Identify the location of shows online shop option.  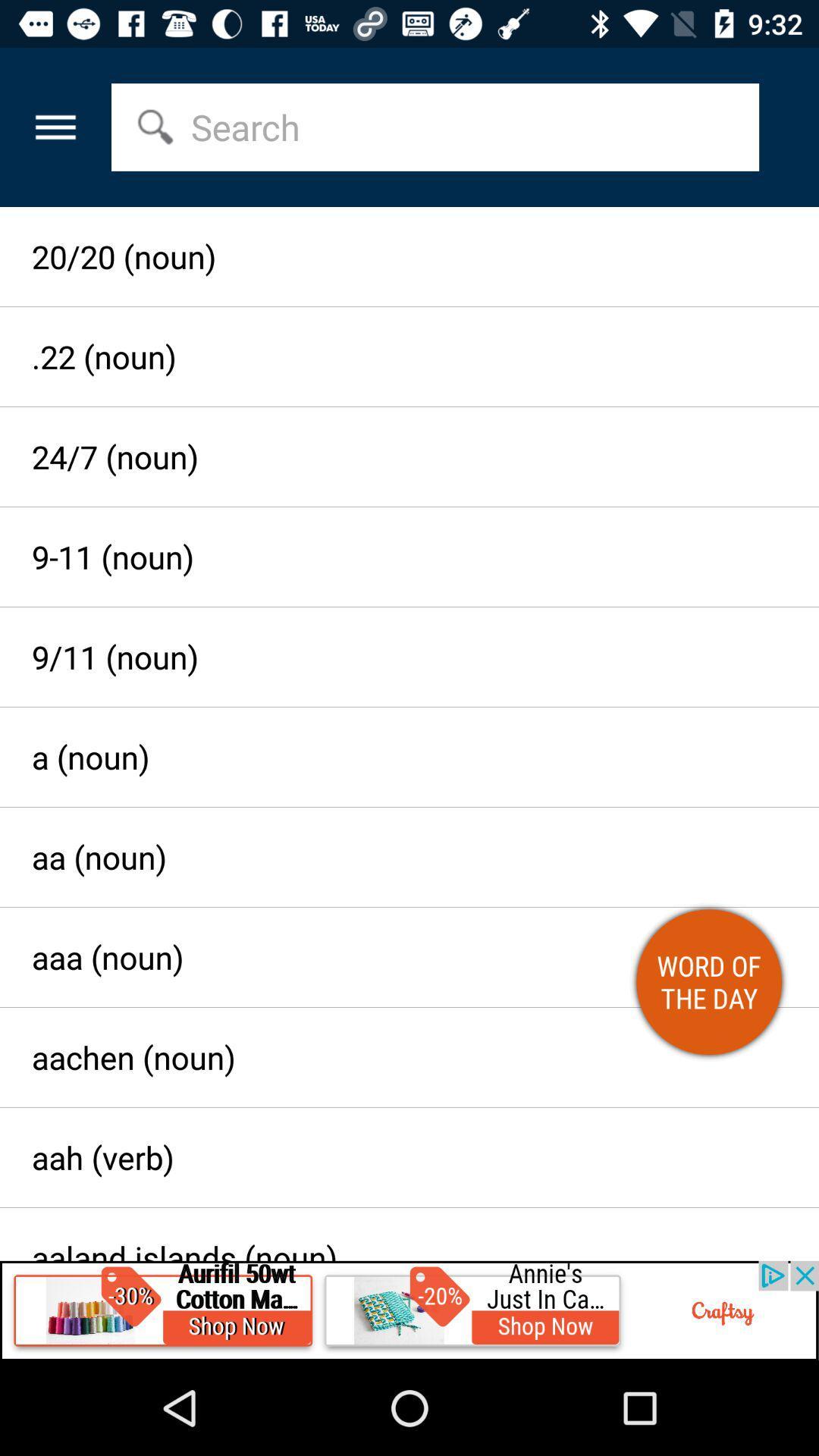
(409, 1310).